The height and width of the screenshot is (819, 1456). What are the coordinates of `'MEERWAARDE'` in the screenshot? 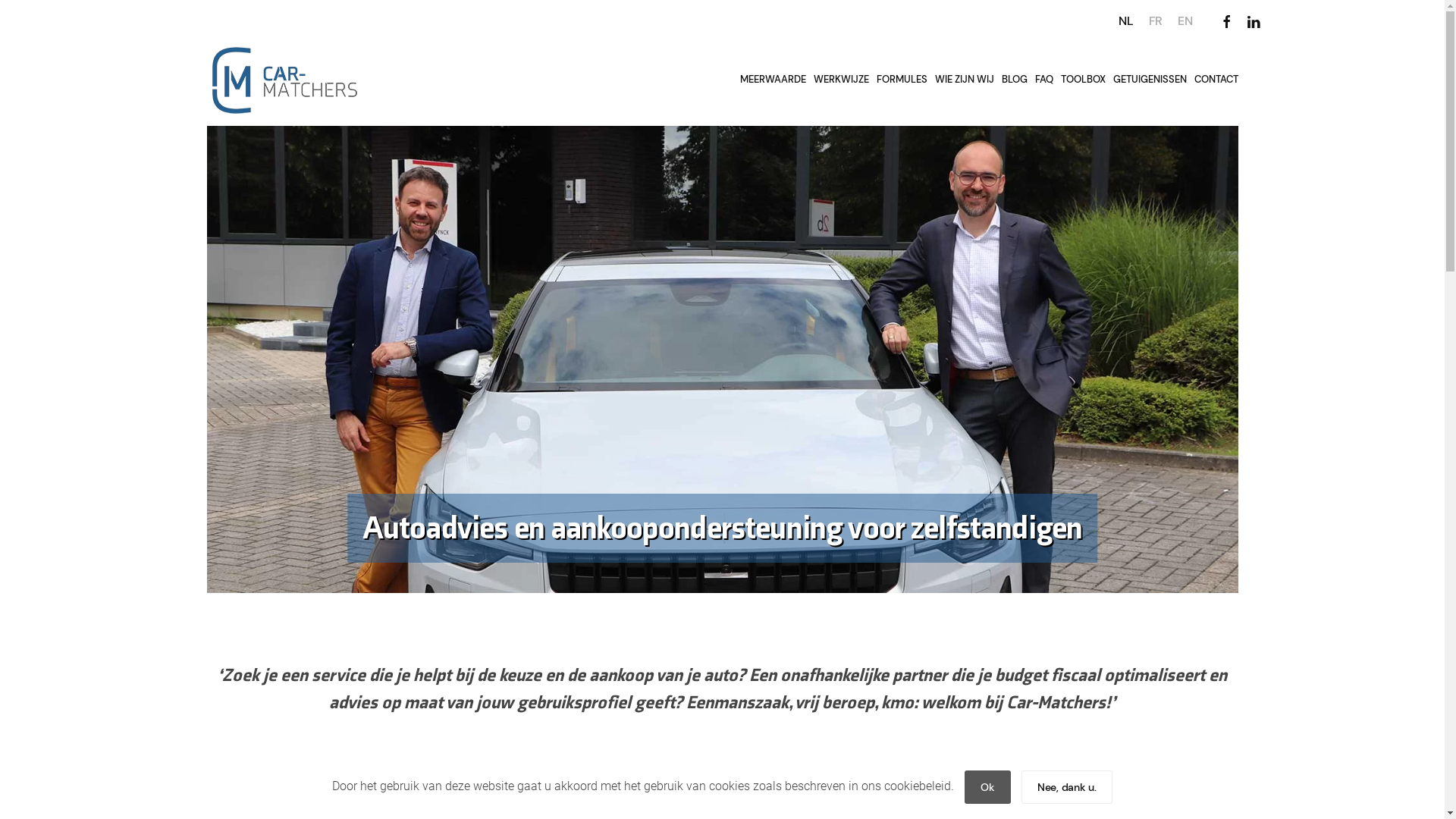 It's located at (735, 80).